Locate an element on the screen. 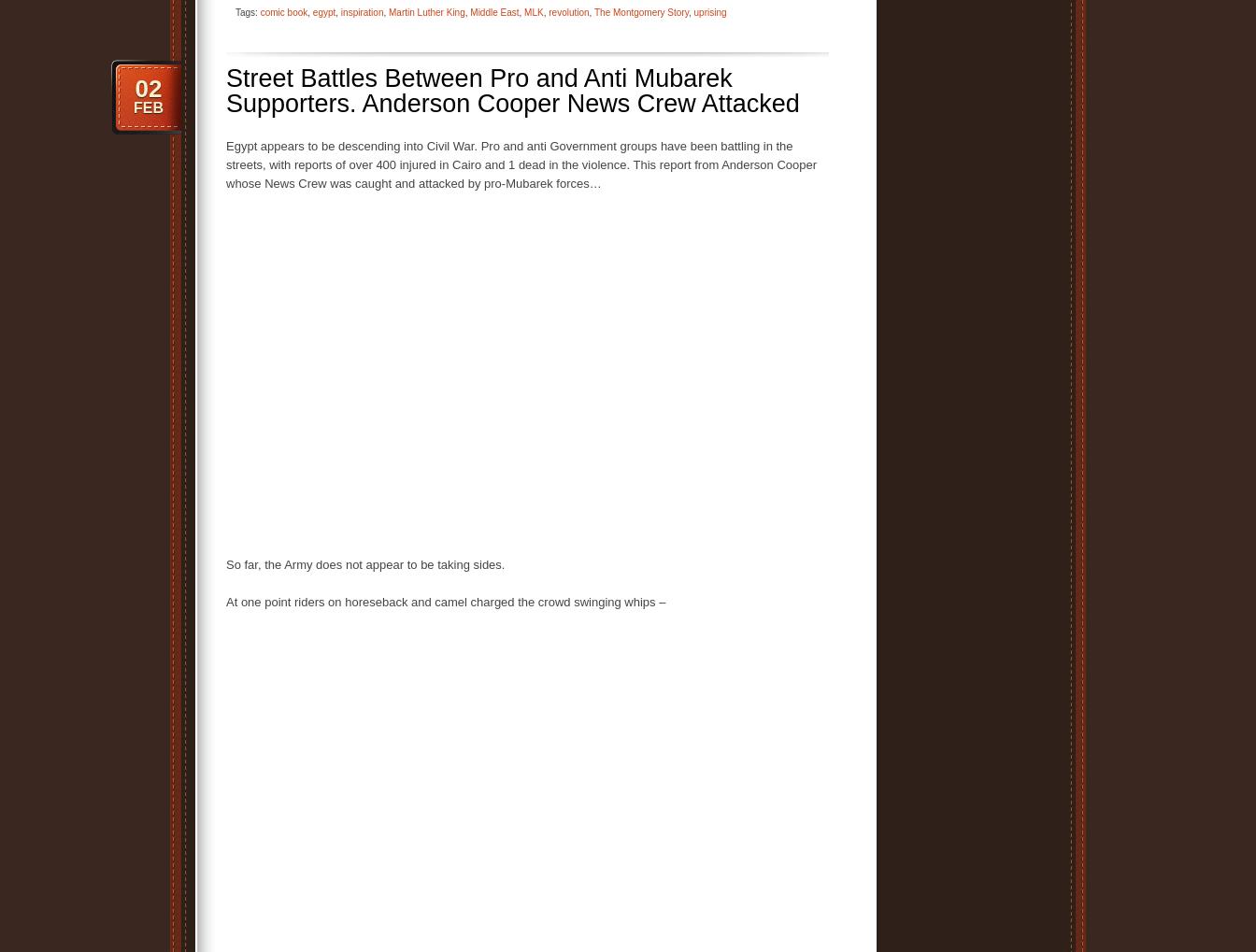 The image size is (1256, 952). 'At one point riders on horeseback and camel charged the crowd swinging whips –' is located at coordinates (445, 601).